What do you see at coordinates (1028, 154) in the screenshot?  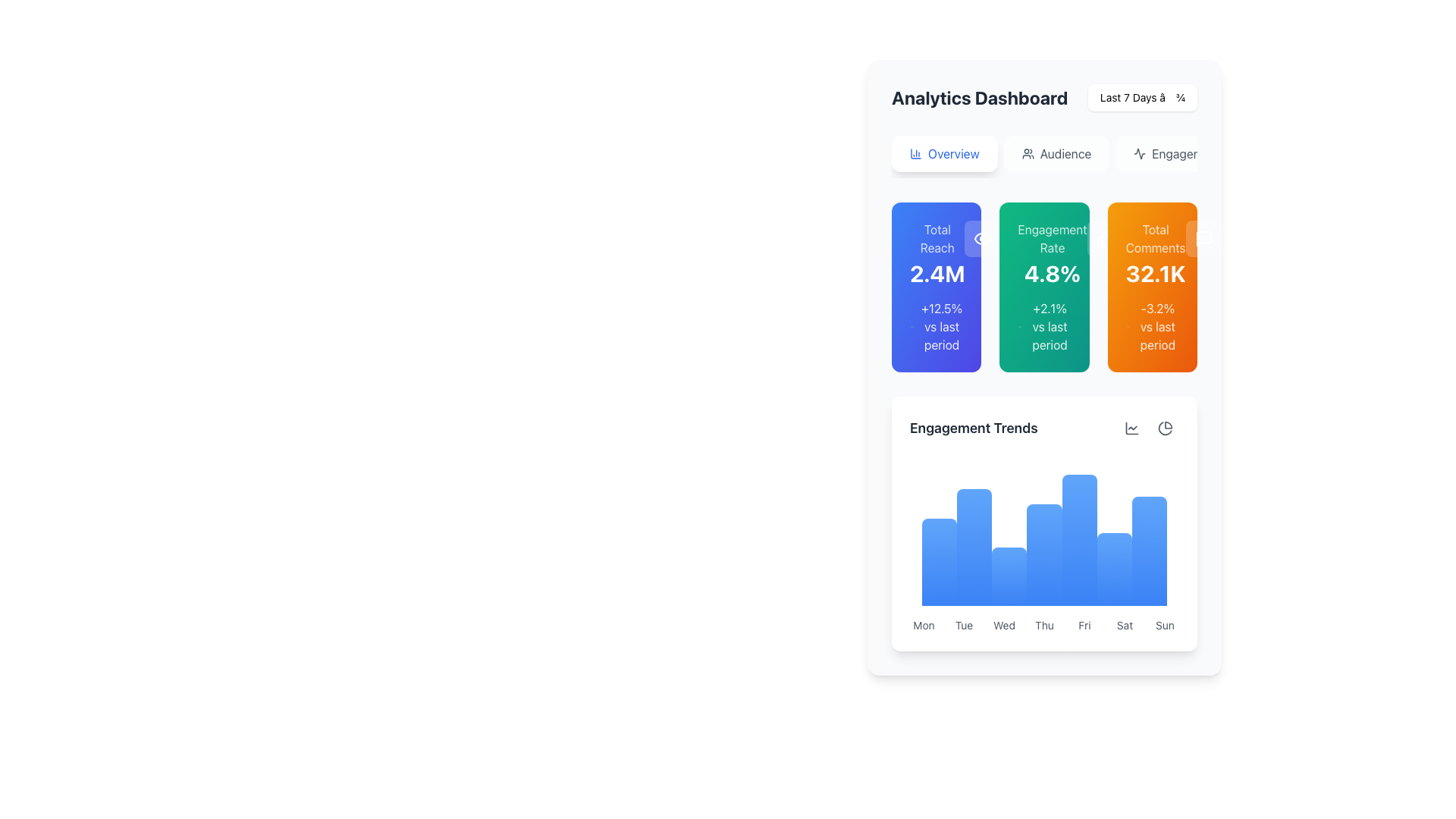 I see `the icon next to the 'Audience' label in the navigation menu` at bounding box center [1028, 154].